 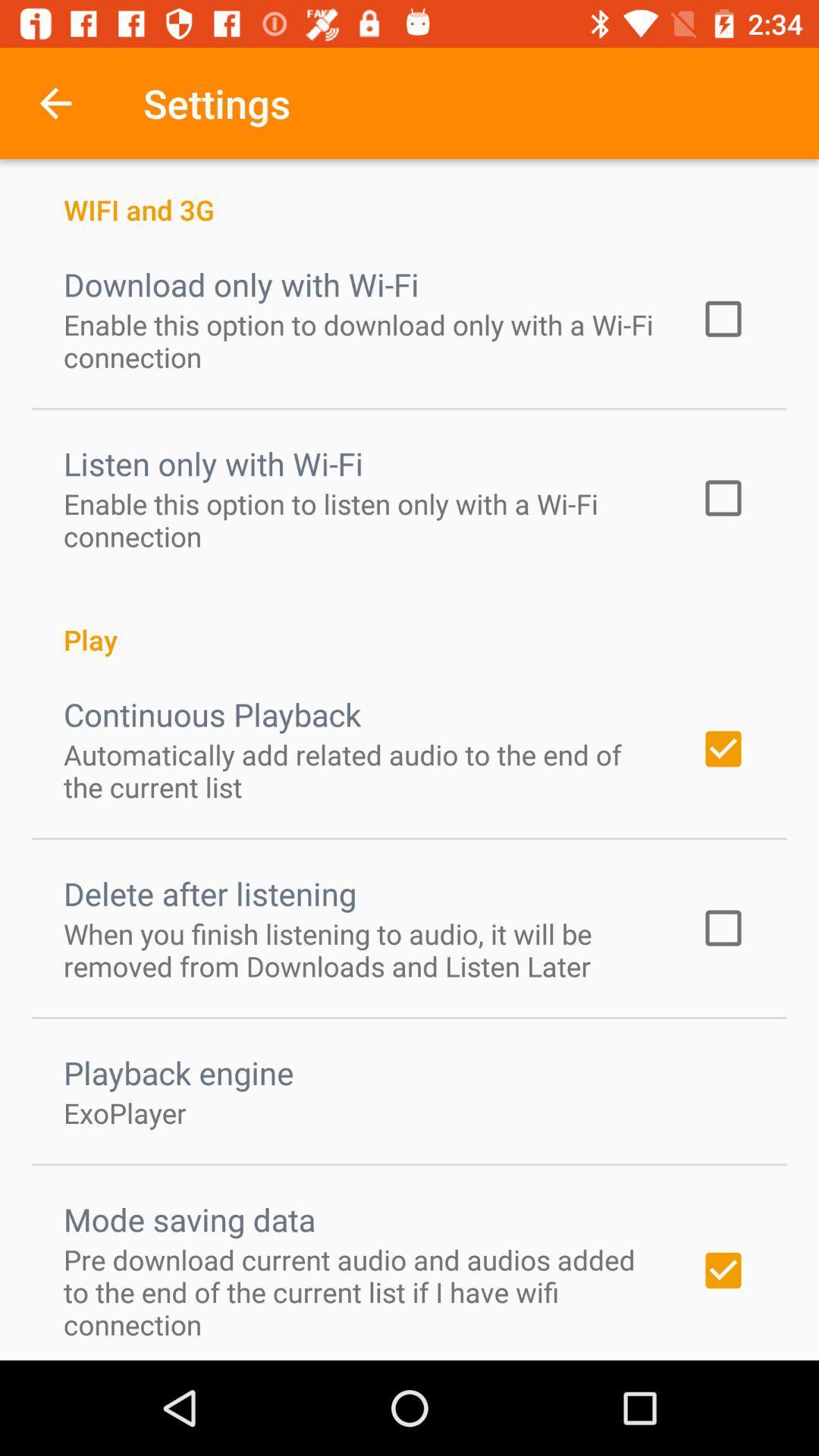 I want to click on icon below continuous playback item, so click(x=362, y=770).